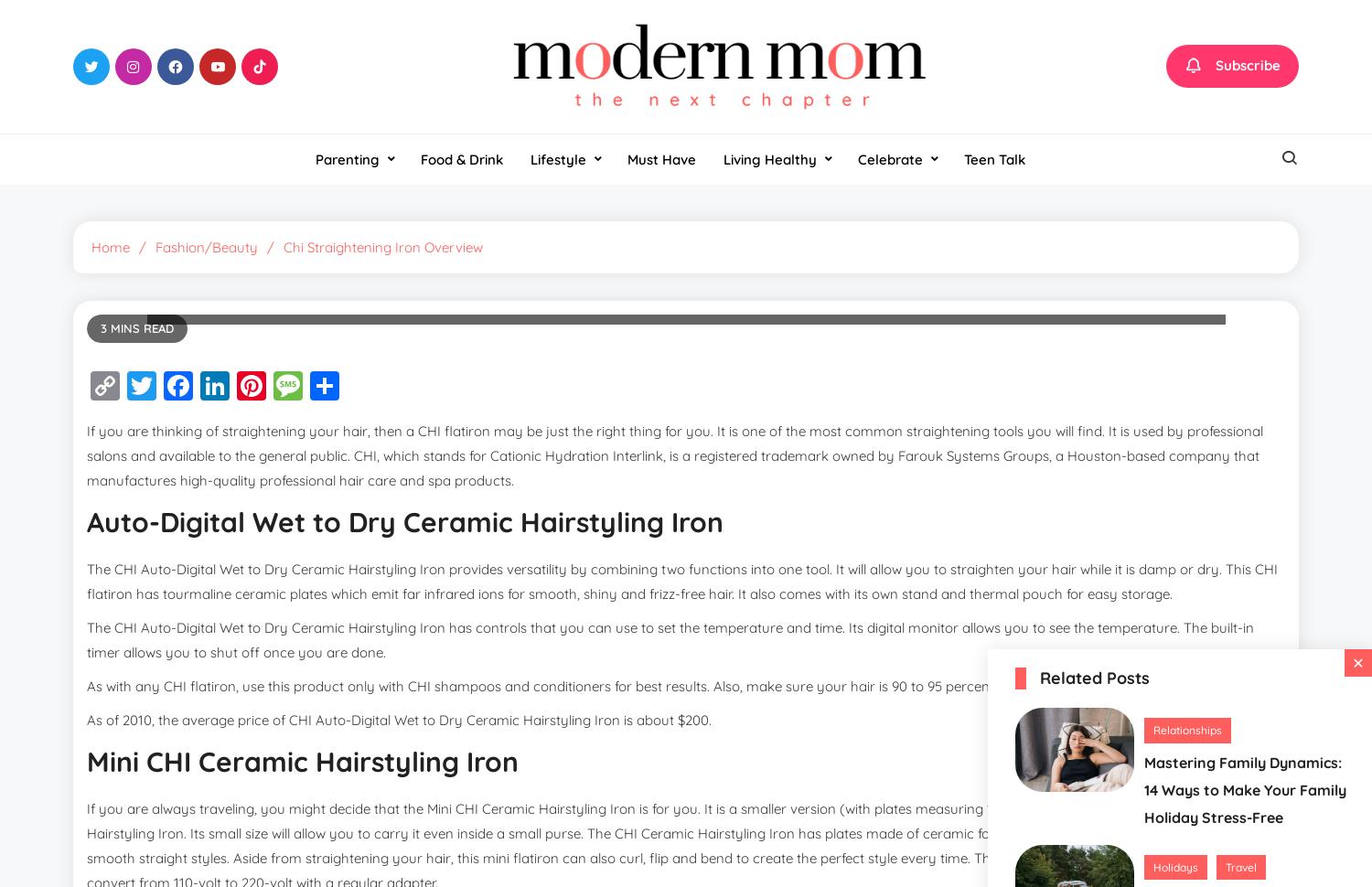 The height and width of the screenshot is (887, 1372). What do you see at coordinates (259, 386) in the screenshot?
I see `'Facebook'` at bounding box center [259, 386].